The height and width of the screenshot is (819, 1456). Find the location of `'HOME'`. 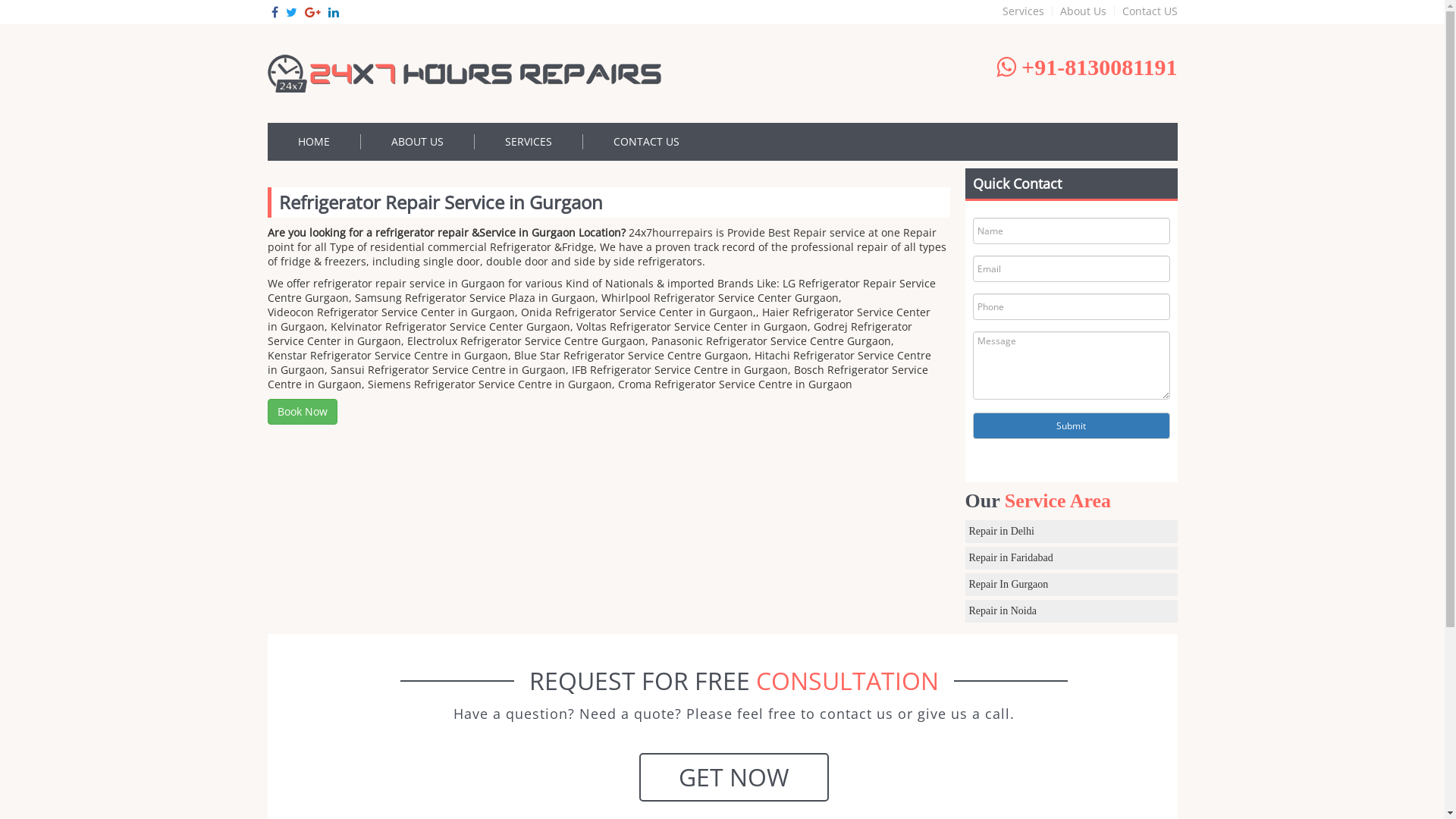

'HOME' is located at coordinates (312, 141).